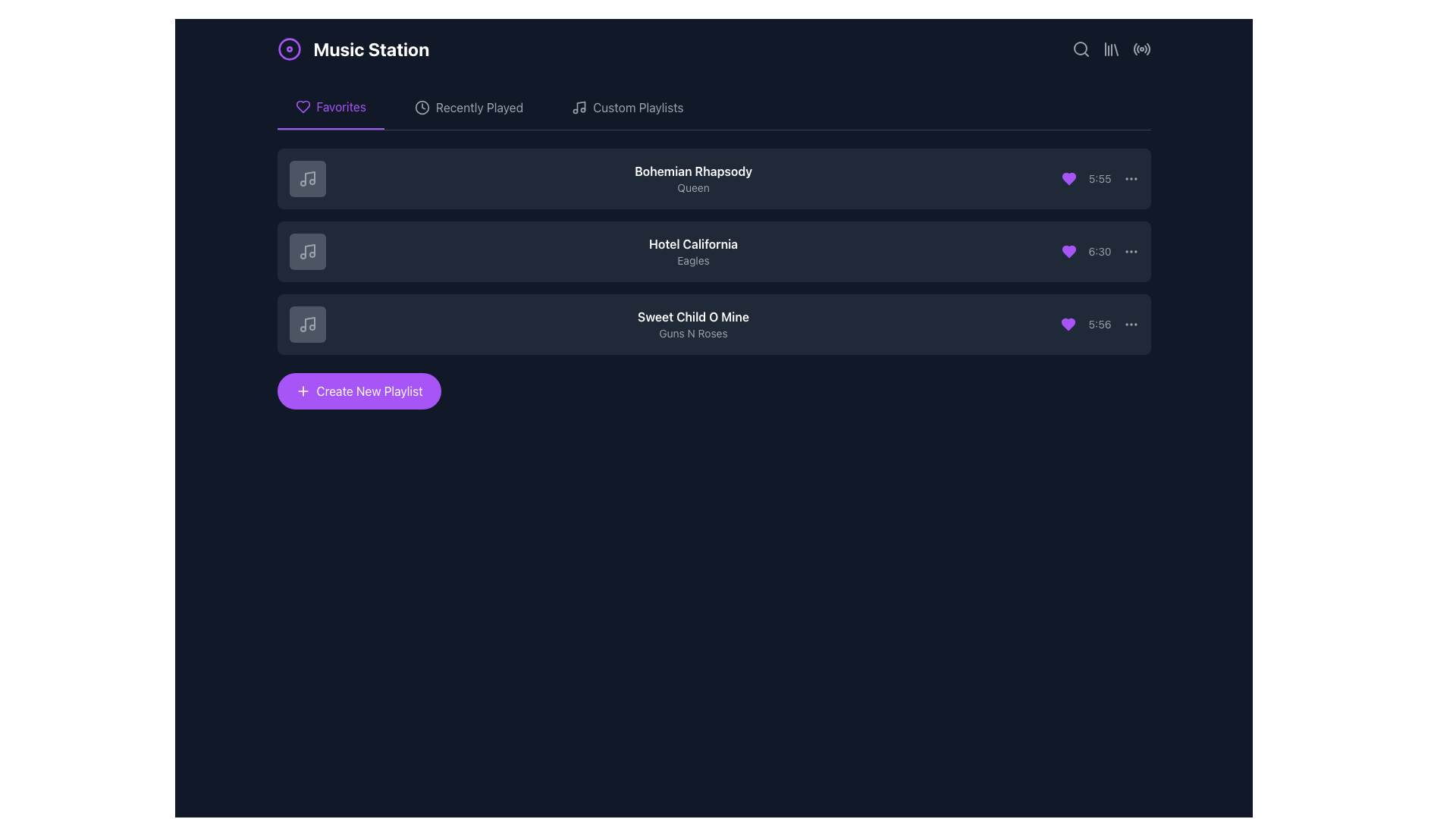  I want to click on the 'Custom Playlists' menu item in the upper section of the navigation bar, so click(638, 107).